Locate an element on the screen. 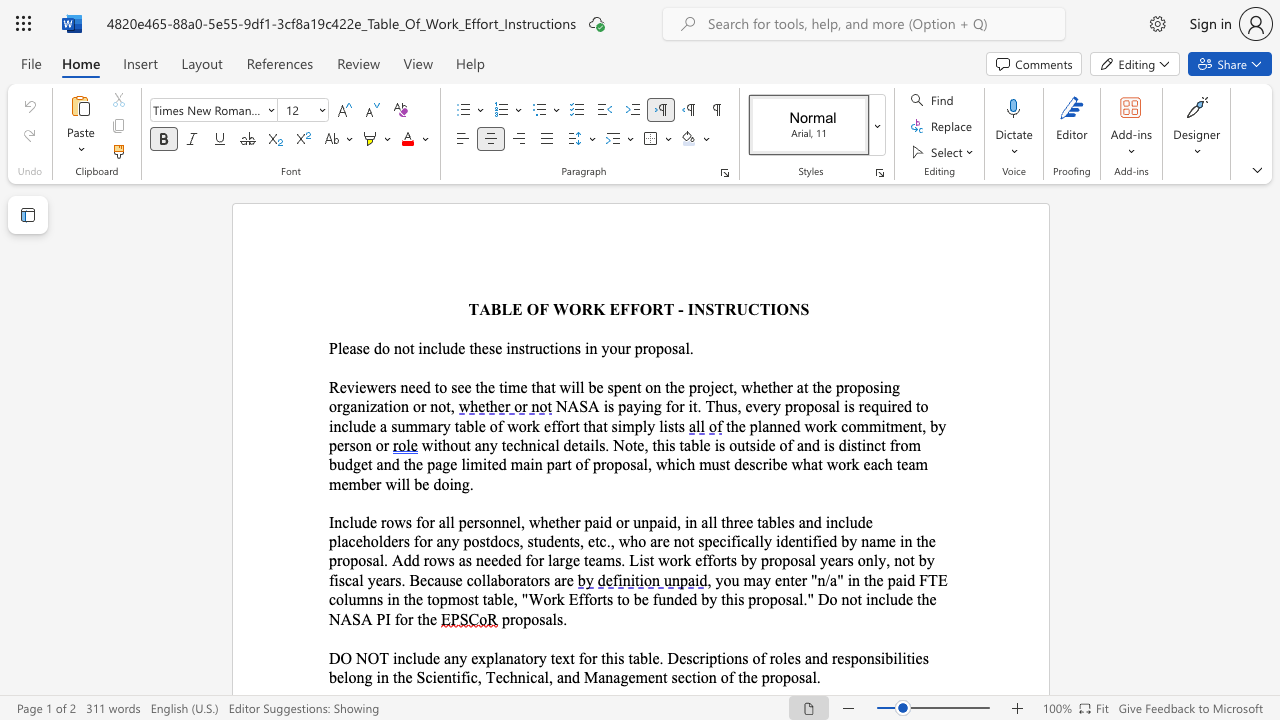  the subset text "ether at t" within the text "Reviewers need to see the time that will be spent on the project, whether at the proposing organization or not," is located at coordinates (759, 387).